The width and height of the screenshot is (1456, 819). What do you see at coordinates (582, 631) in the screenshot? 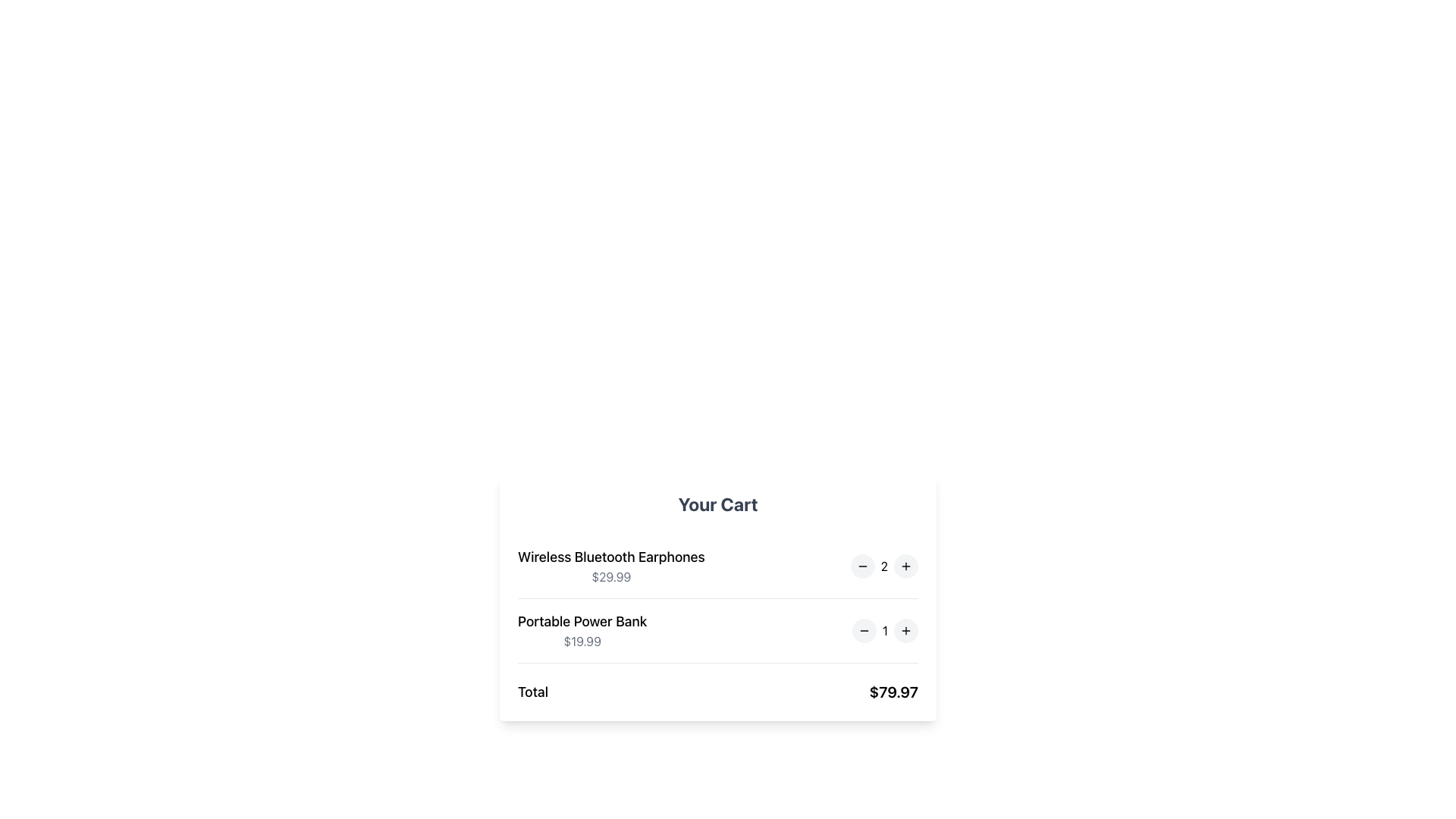
I see `the text display showing 'Portable Power Bank' and its price '$19.99' located in the second row of the product list under 'Your Cart'` at bounding box center [582, 631].